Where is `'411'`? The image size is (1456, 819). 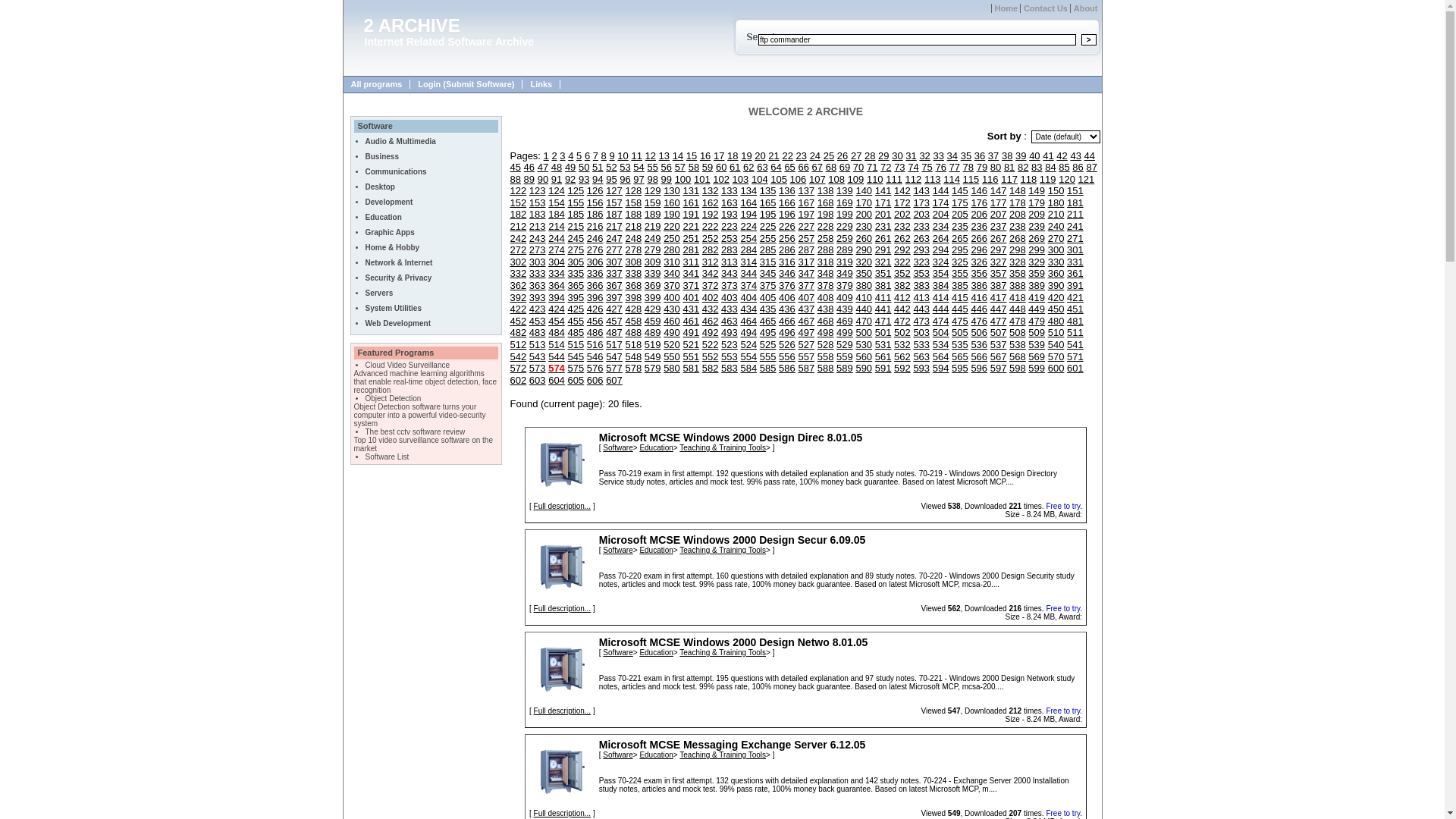
'411' is located at coordinates (883, 297).